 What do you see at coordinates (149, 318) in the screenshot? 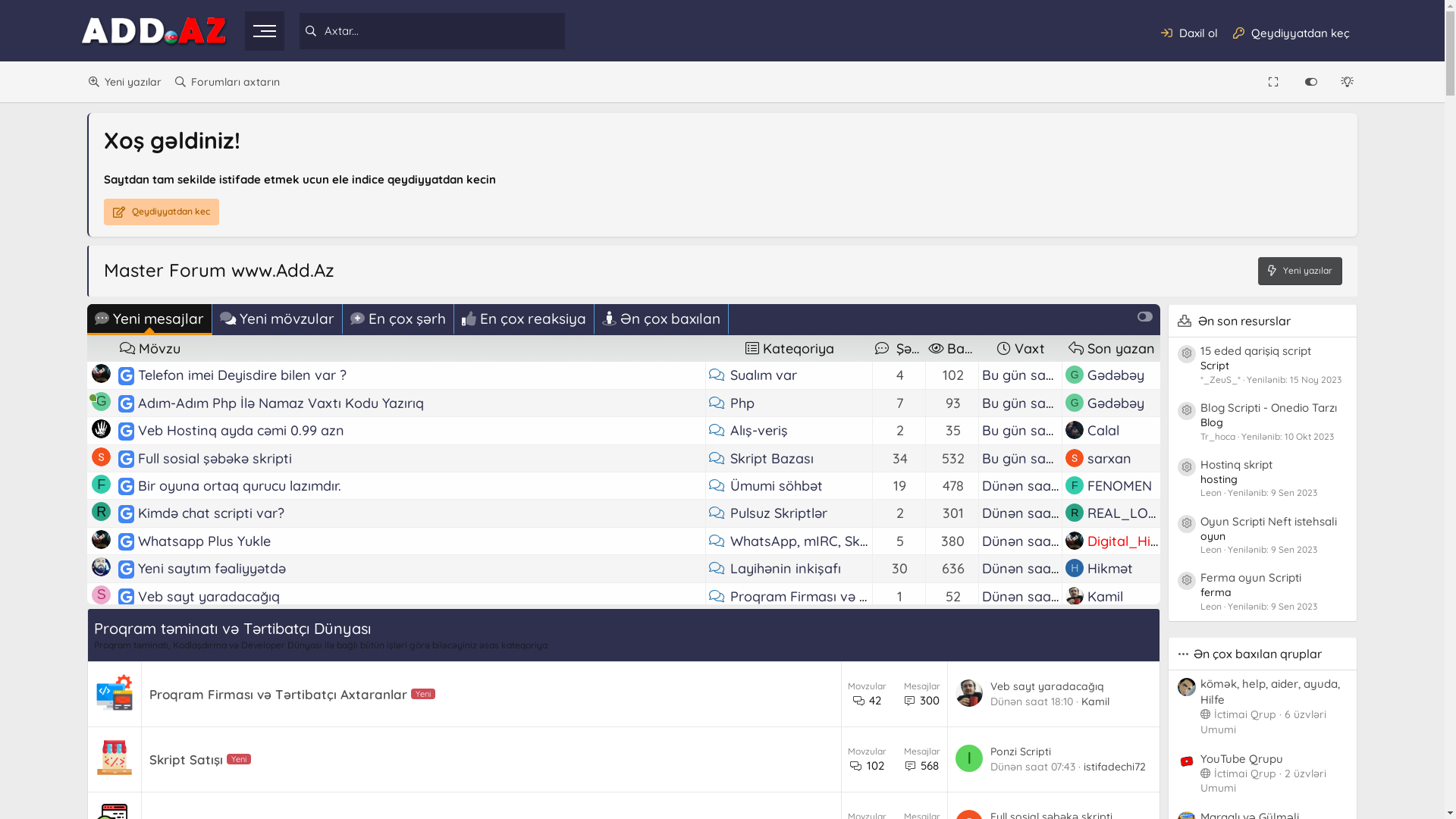
I see `'Yeni mesajlar'` at bounding box center [149, 318].